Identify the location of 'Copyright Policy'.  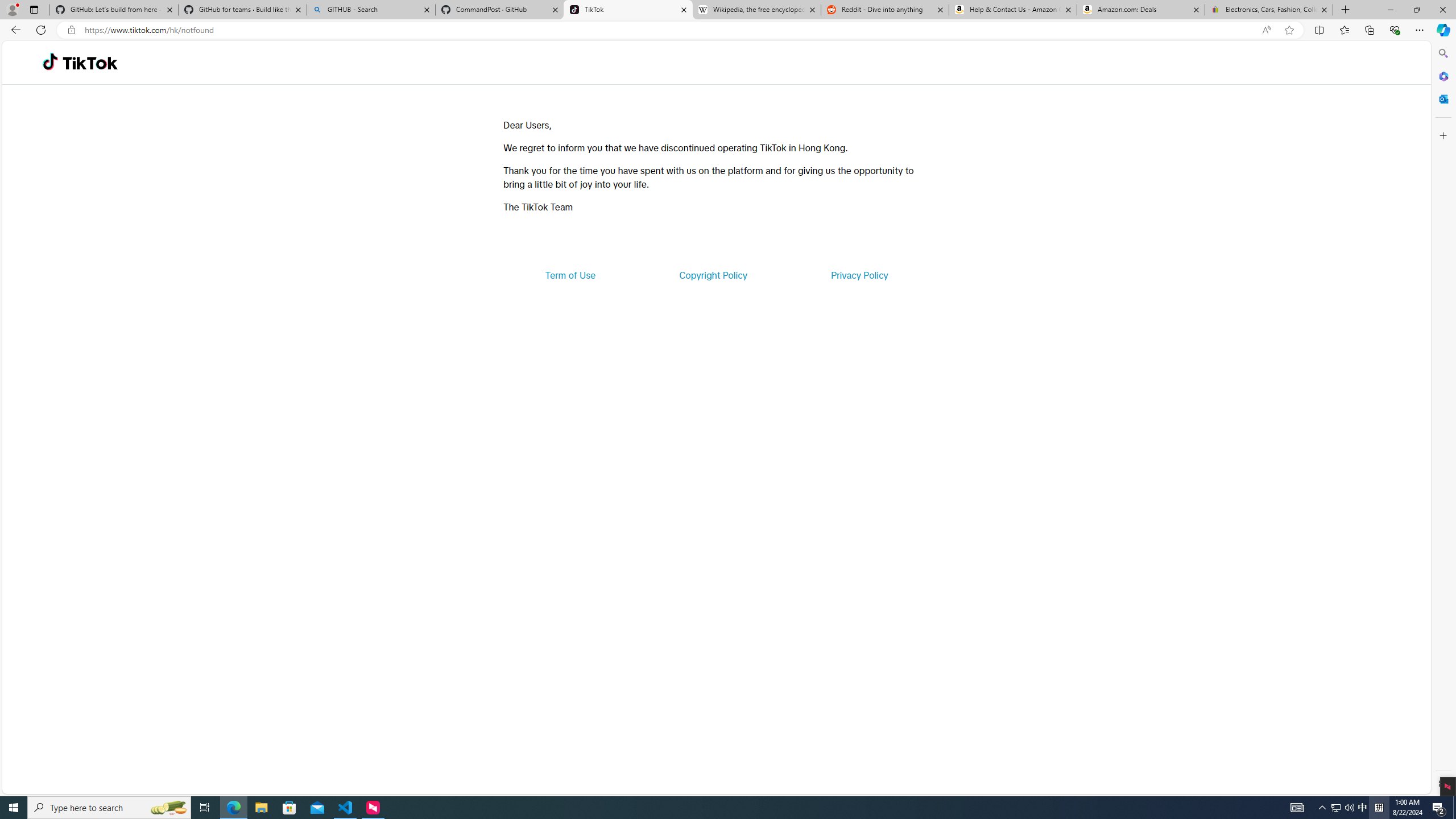
(712, 274).